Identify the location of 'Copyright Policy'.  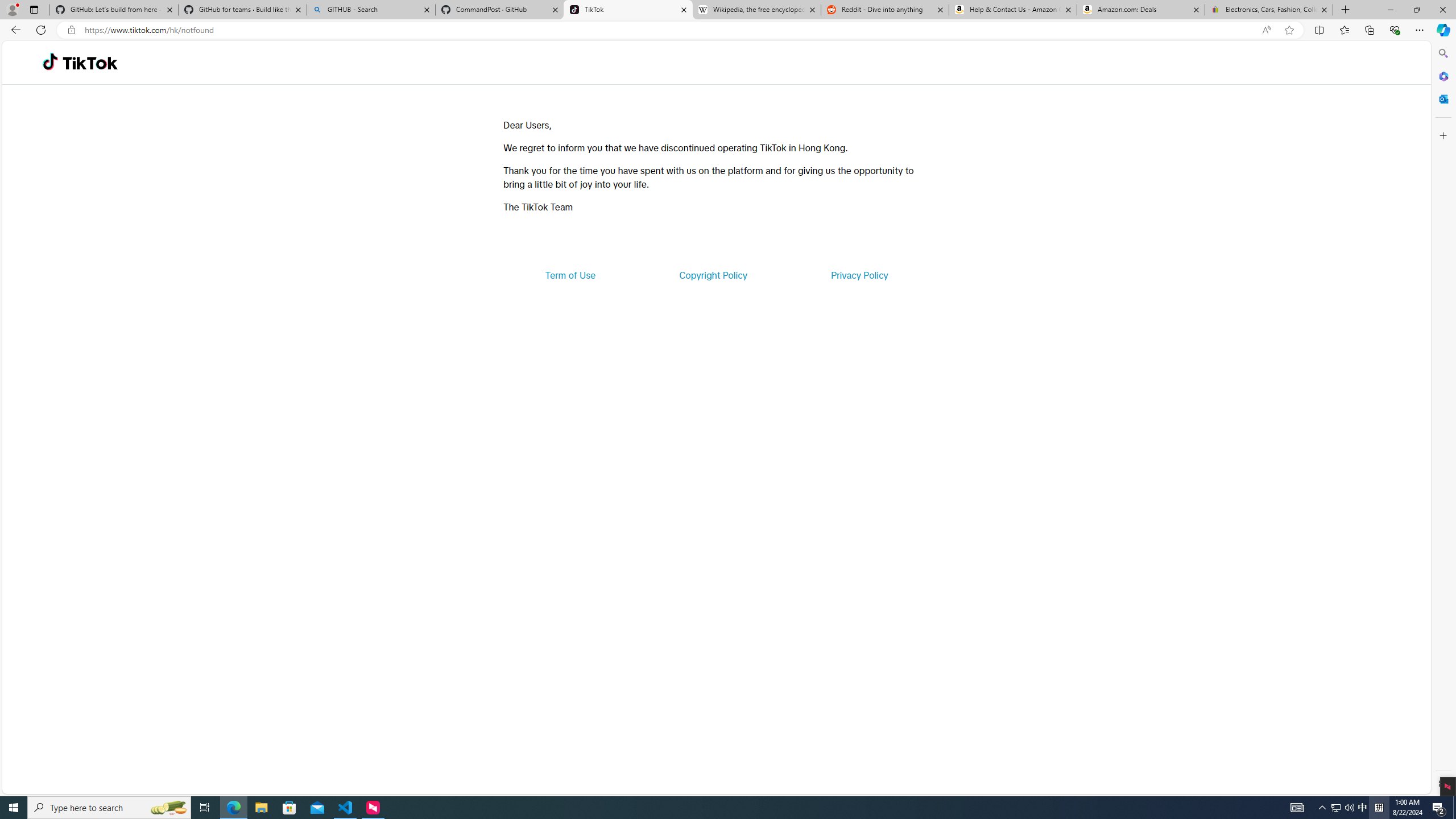
(712, 274).